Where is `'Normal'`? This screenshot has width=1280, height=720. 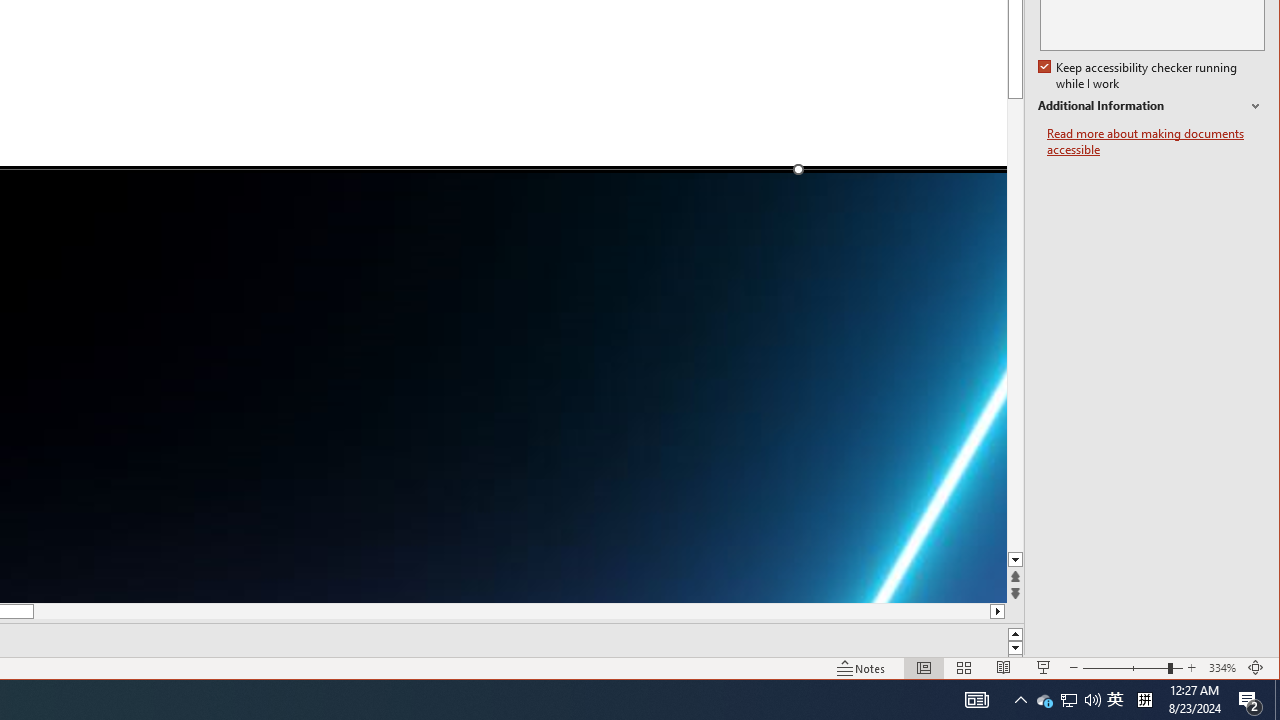 'Normal' is located at coordinates (923, 668).